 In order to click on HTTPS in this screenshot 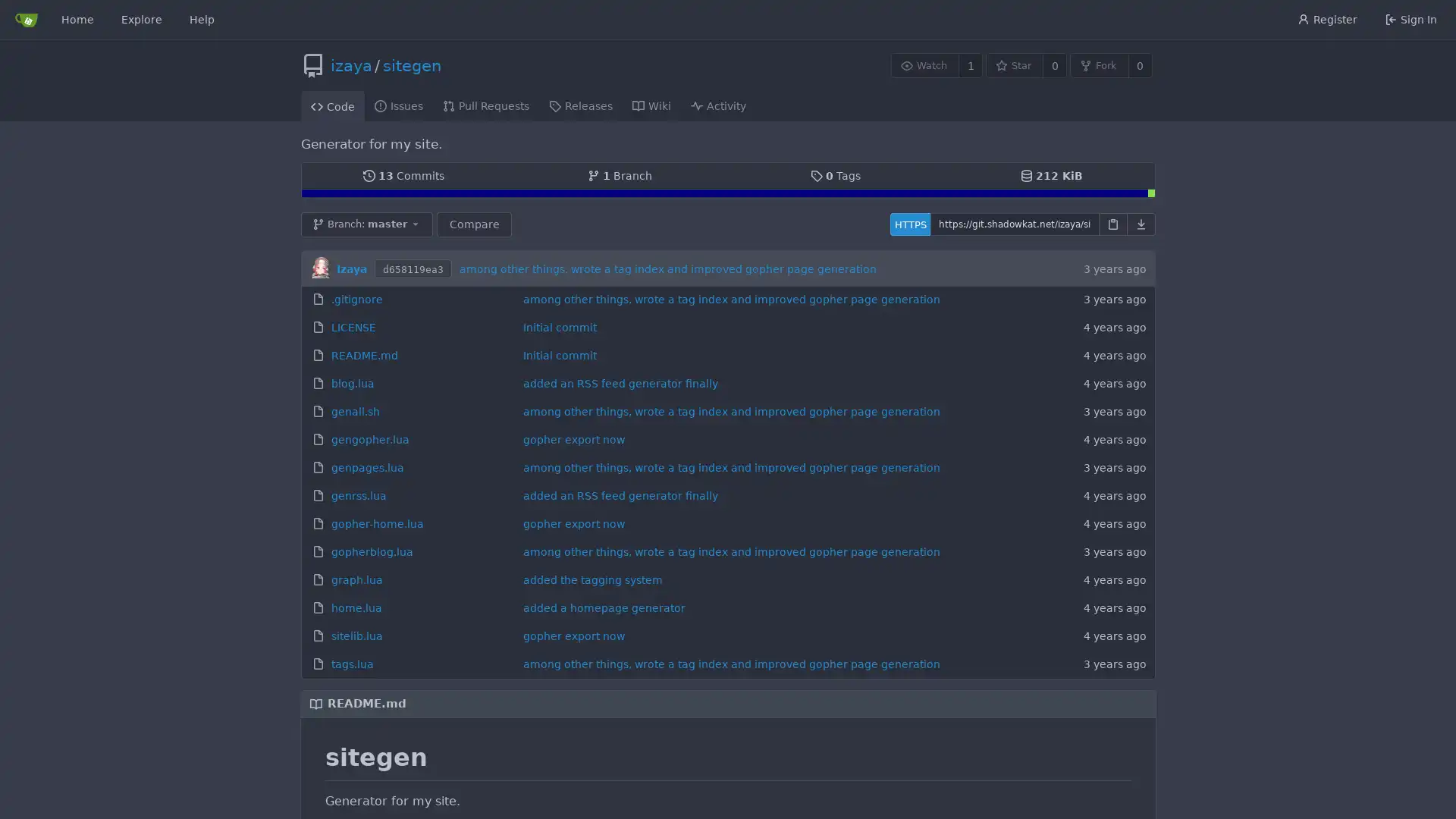, I will do `click(909, 224)`.